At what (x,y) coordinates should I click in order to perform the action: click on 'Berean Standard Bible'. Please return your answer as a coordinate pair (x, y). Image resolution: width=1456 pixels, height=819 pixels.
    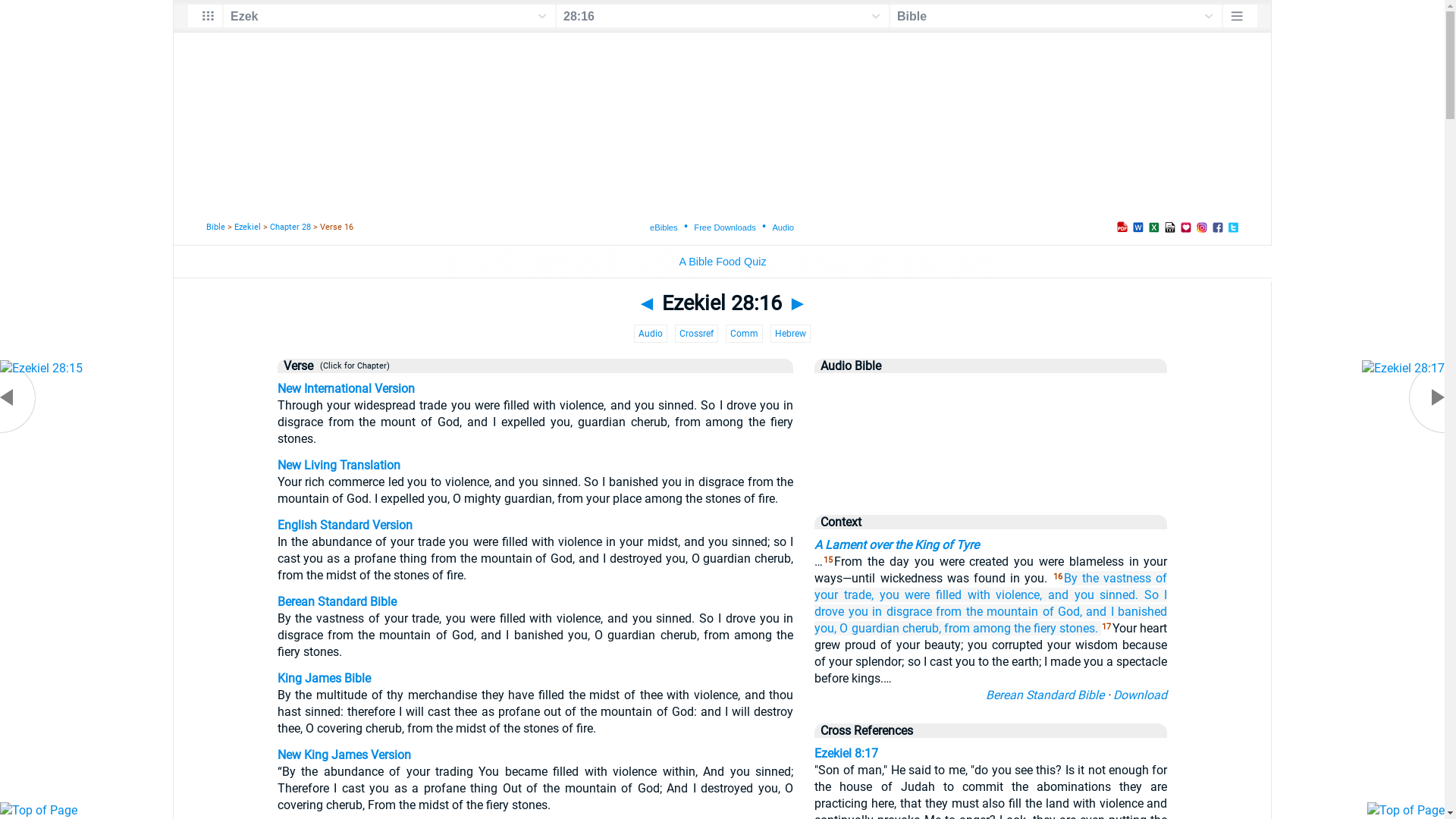
    Looking at the image, I should click on (277, 601).